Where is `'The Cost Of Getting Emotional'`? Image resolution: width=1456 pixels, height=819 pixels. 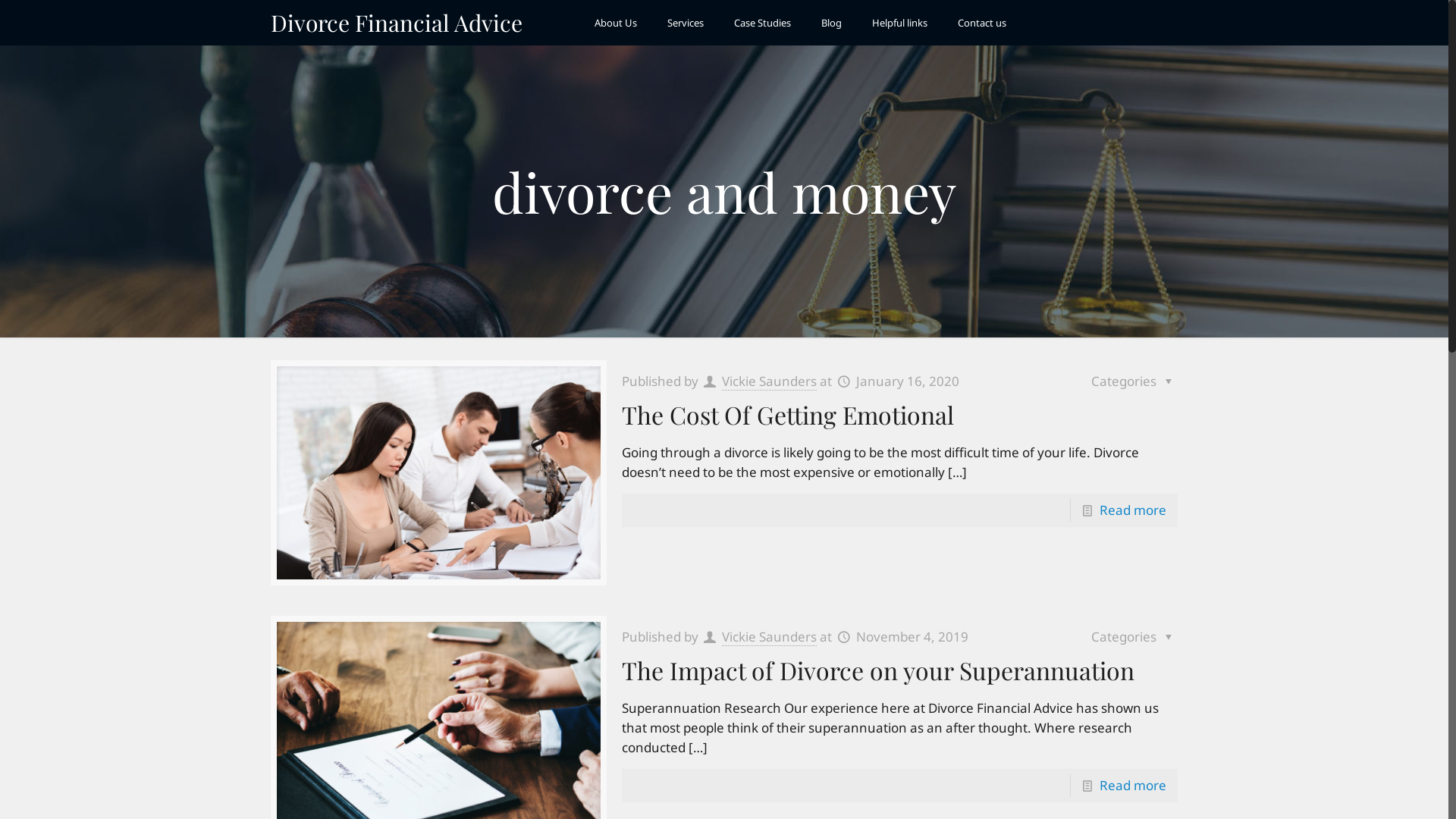
'The Cost Of Getting Emotional' is located at coordinates (622, 414).